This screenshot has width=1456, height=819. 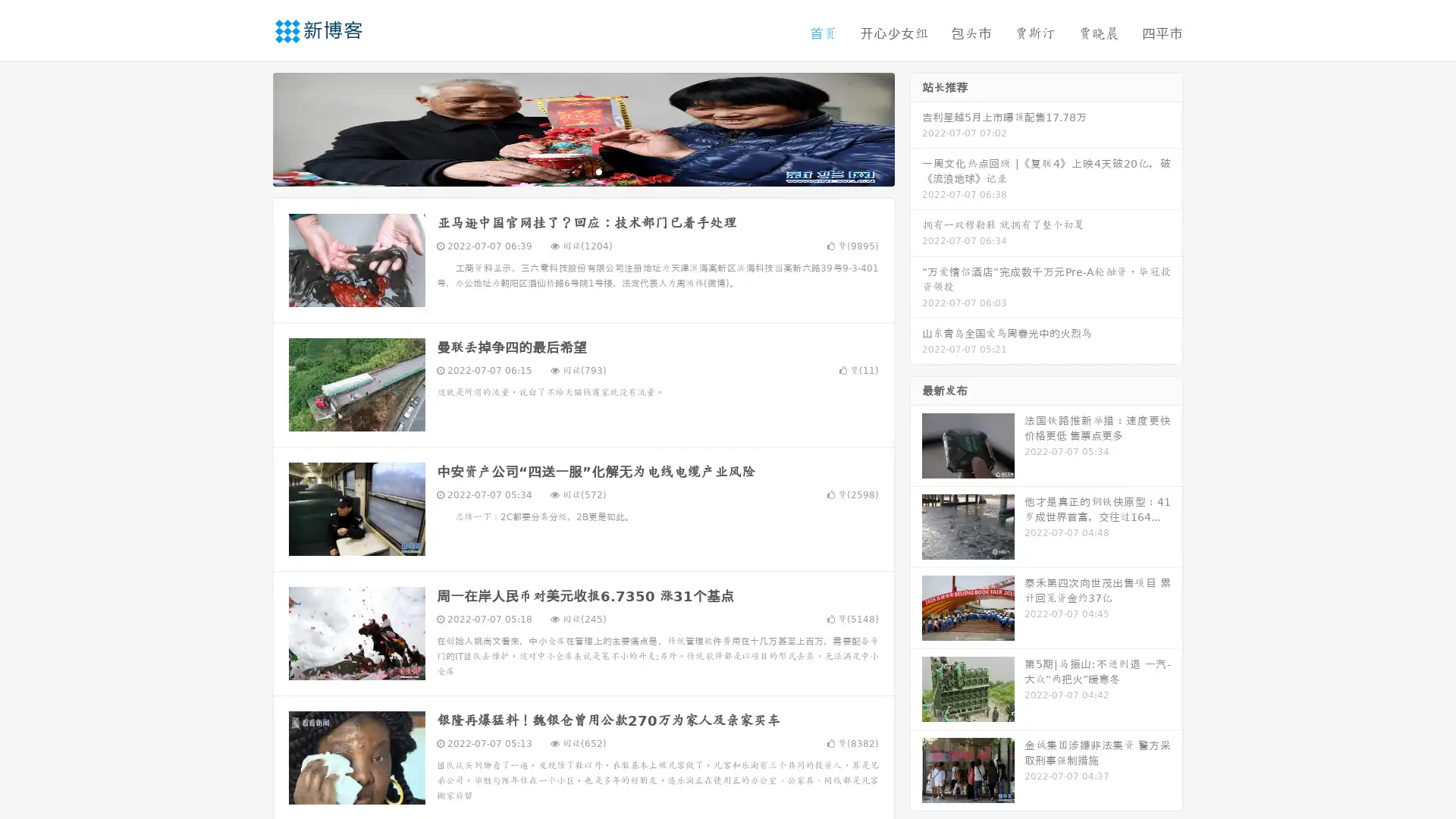 I want to click on Go to slide 1, so click(x=567, y=171).